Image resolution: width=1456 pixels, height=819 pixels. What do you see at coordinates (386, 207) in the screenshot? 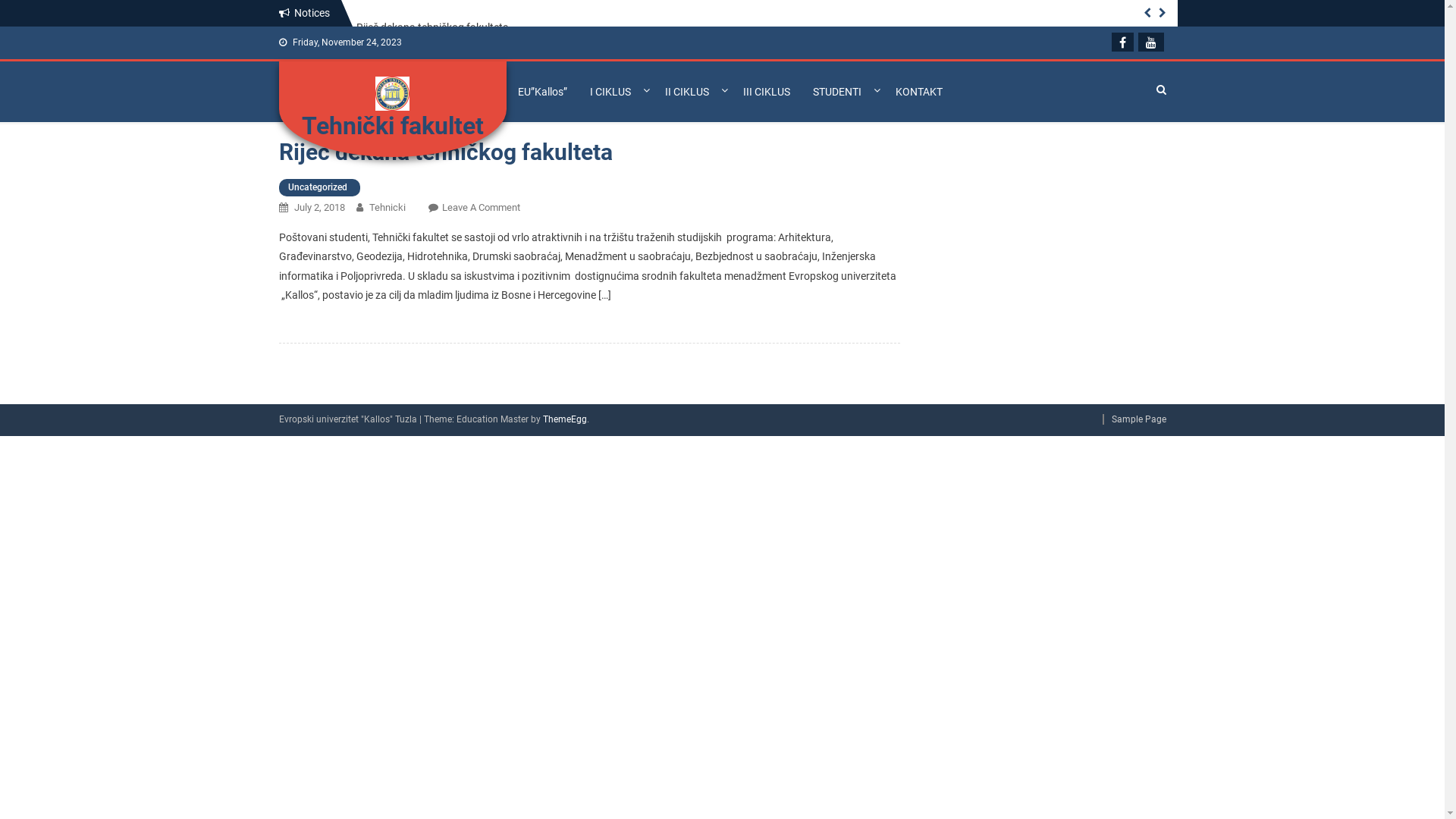
I see `'Tehnicki'` at bounding box center [386, 207].